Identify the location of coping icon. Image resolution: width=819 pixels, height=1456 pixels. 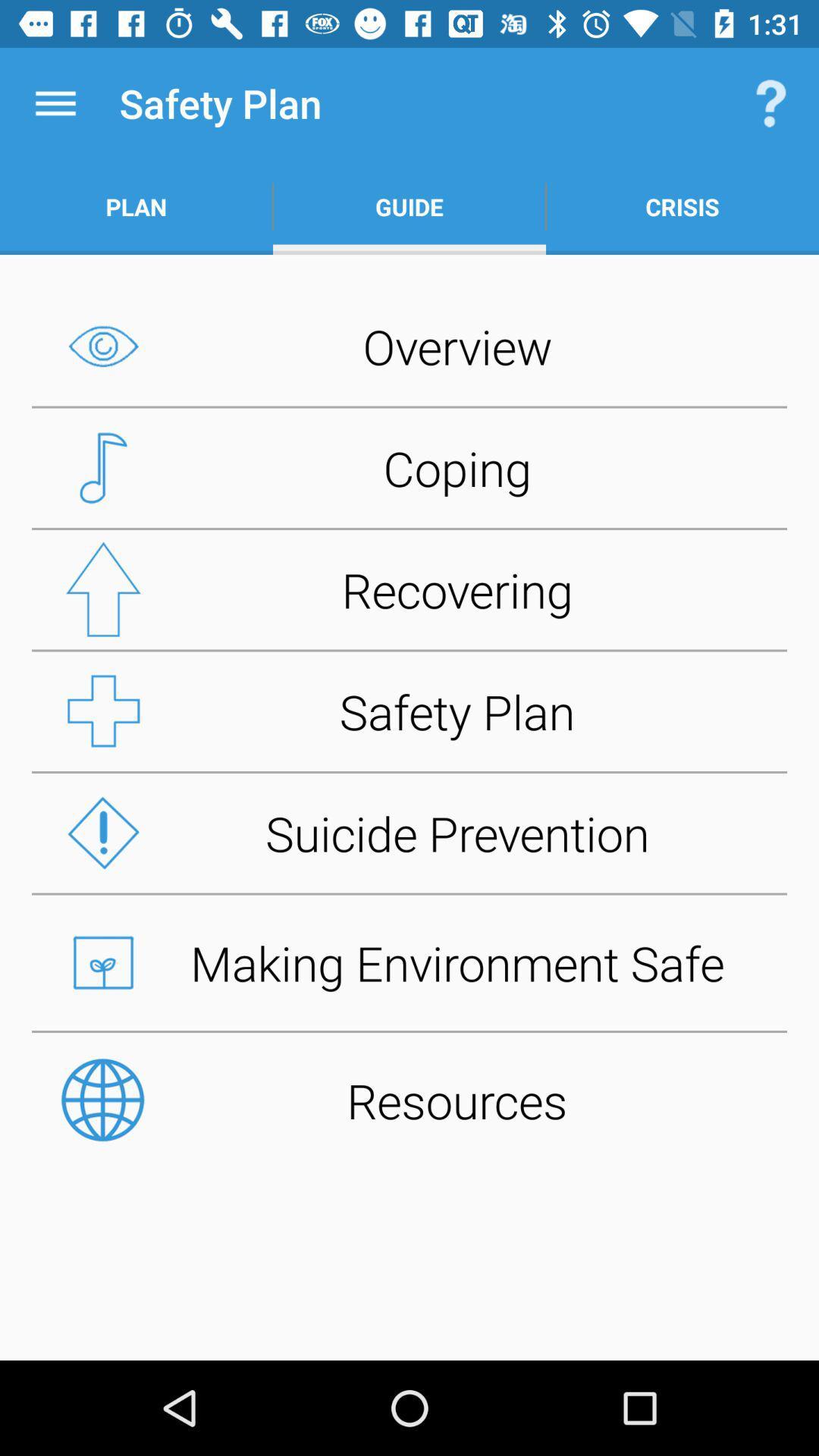
(409, 467).